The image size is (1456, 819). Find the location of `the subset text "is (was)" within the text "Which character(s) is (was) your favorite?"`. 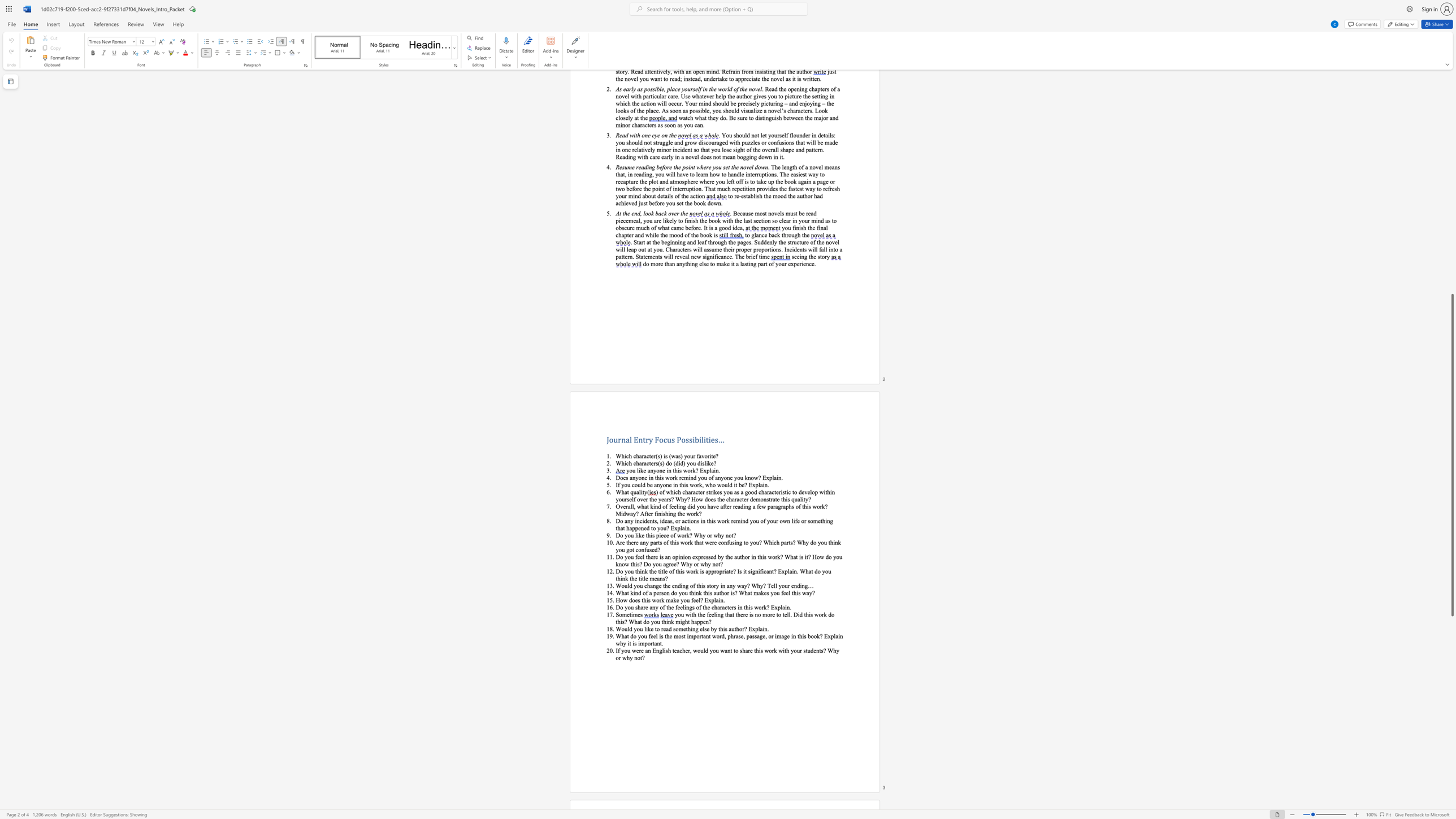

the subset text "is (was)" within the text "Which character(s) is (was) your favorite?" is located at coordinates (663, 456).